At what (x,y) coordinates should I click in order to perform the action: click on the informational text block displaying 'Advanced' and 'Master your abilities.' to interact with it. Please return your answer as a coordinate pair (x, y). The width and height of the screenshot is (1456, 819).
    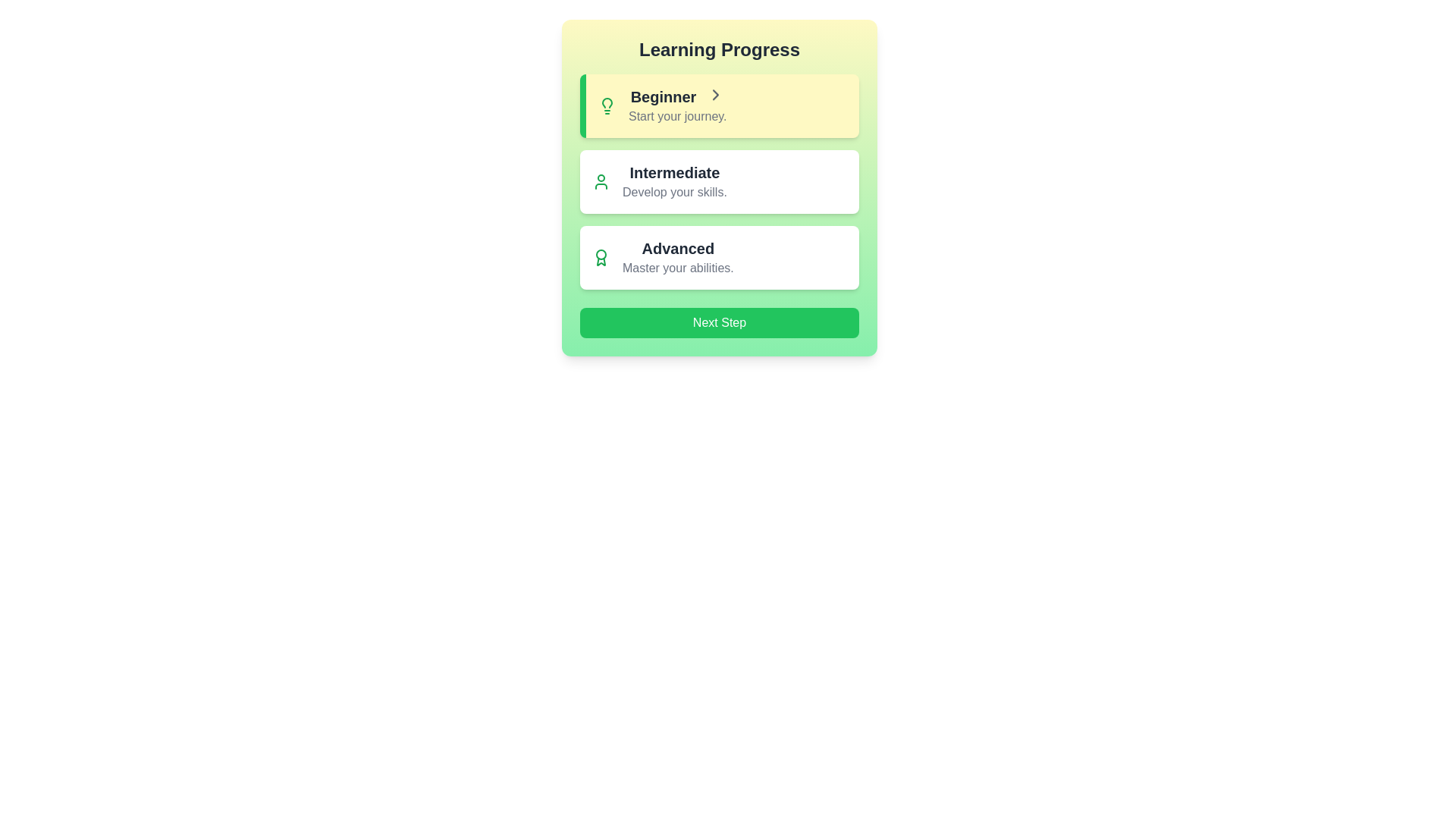
    Looking at the image, I should click on (677, 256).